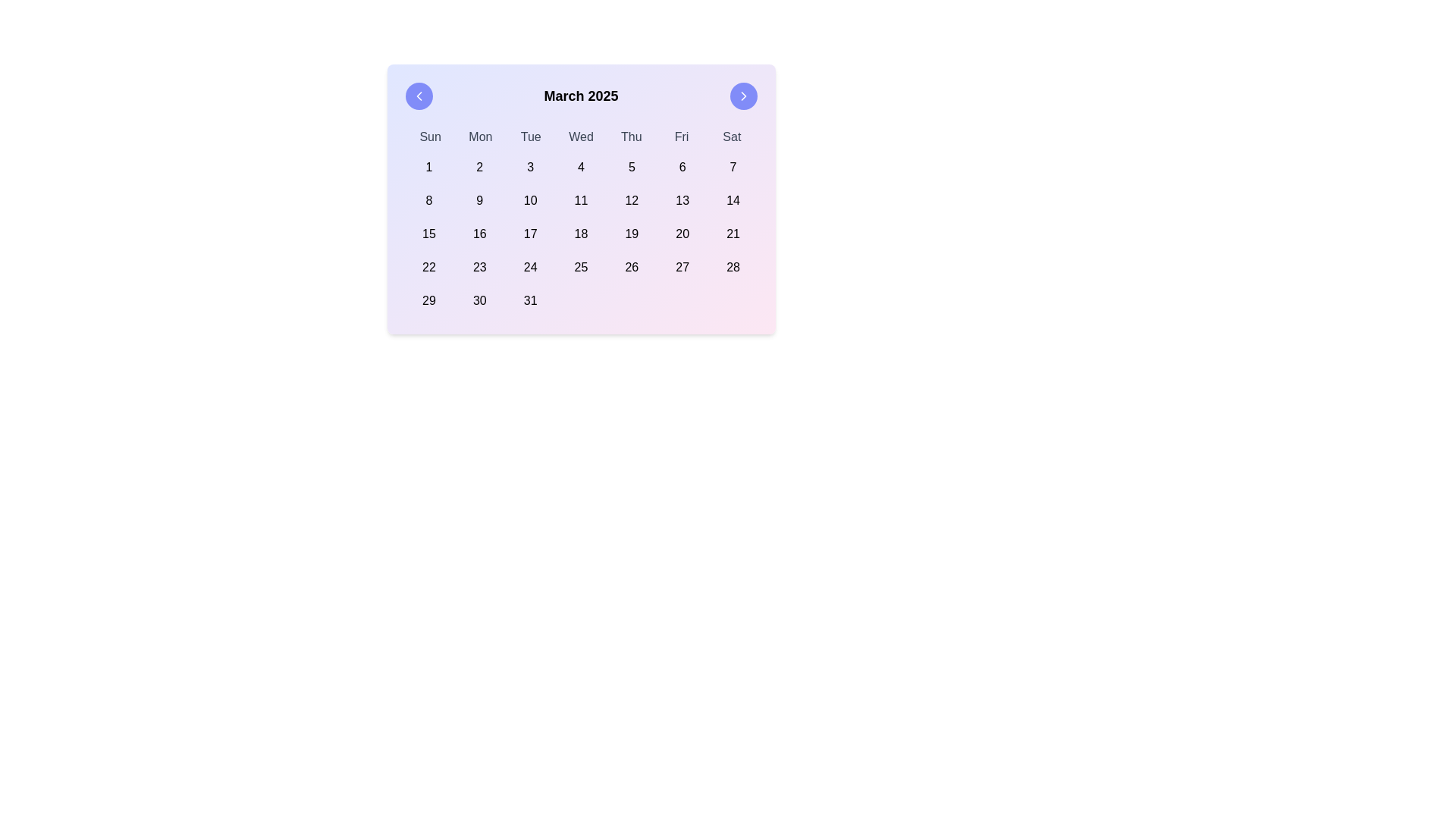 This screenshot has height=819, width=1456. Describe the element at coordinates (733, 167) in the screenshot. I see `the button representing a selectable day in the top-right corner of the calendar grid to change its appearance` at that location.